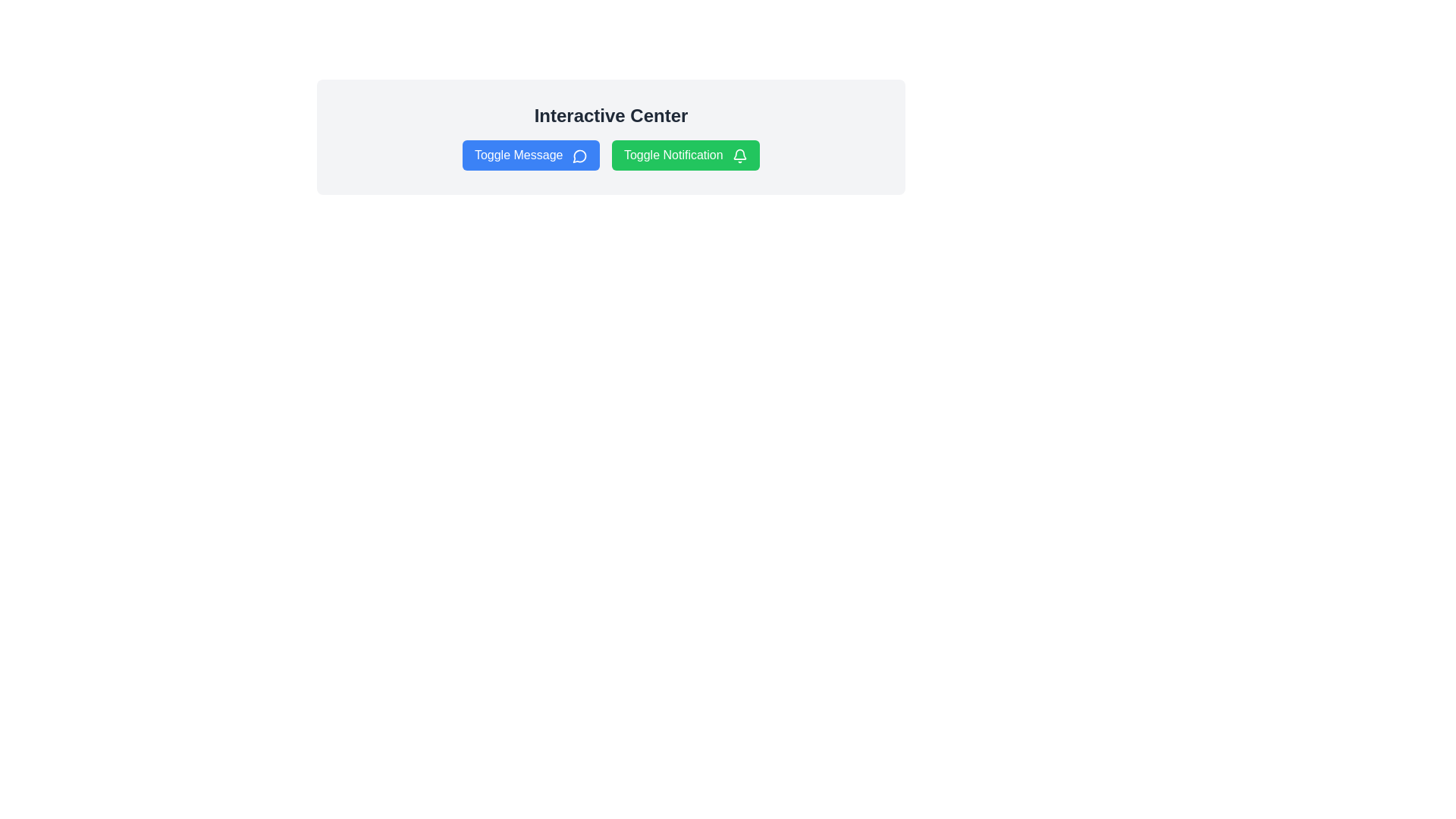  What do you see at coordinates (579, 155) in the screenshot?
I see `the circular chat bubble icon outlined in light stroke color, which is positioned to the right of the 'Toggle Message' text on the blue button` at bounding box center [579, 155].